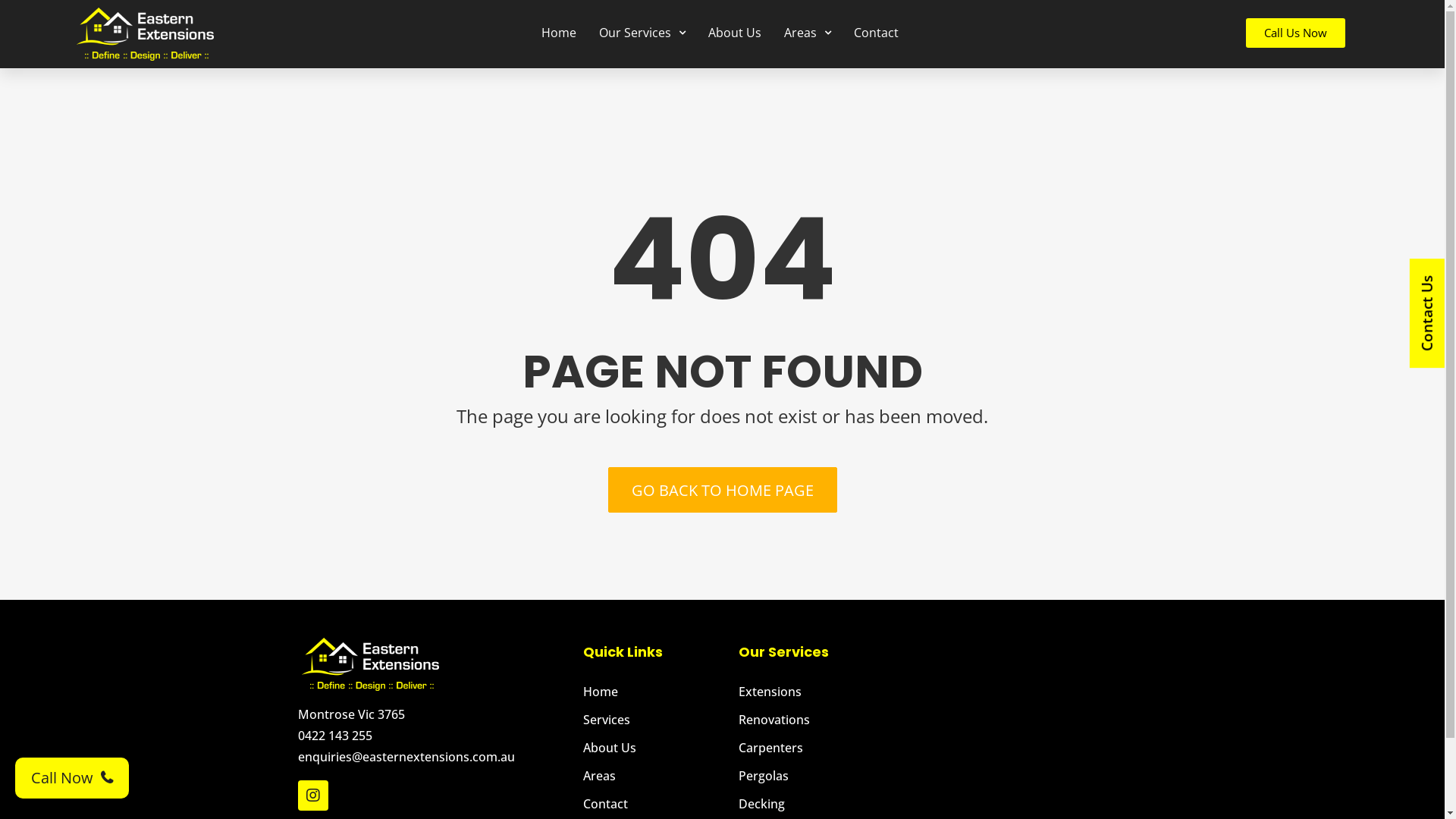 The image size is (1456, 819). Describe the element at coordinates (653, 718) in the screenshot. I see `'Services'` at that location.